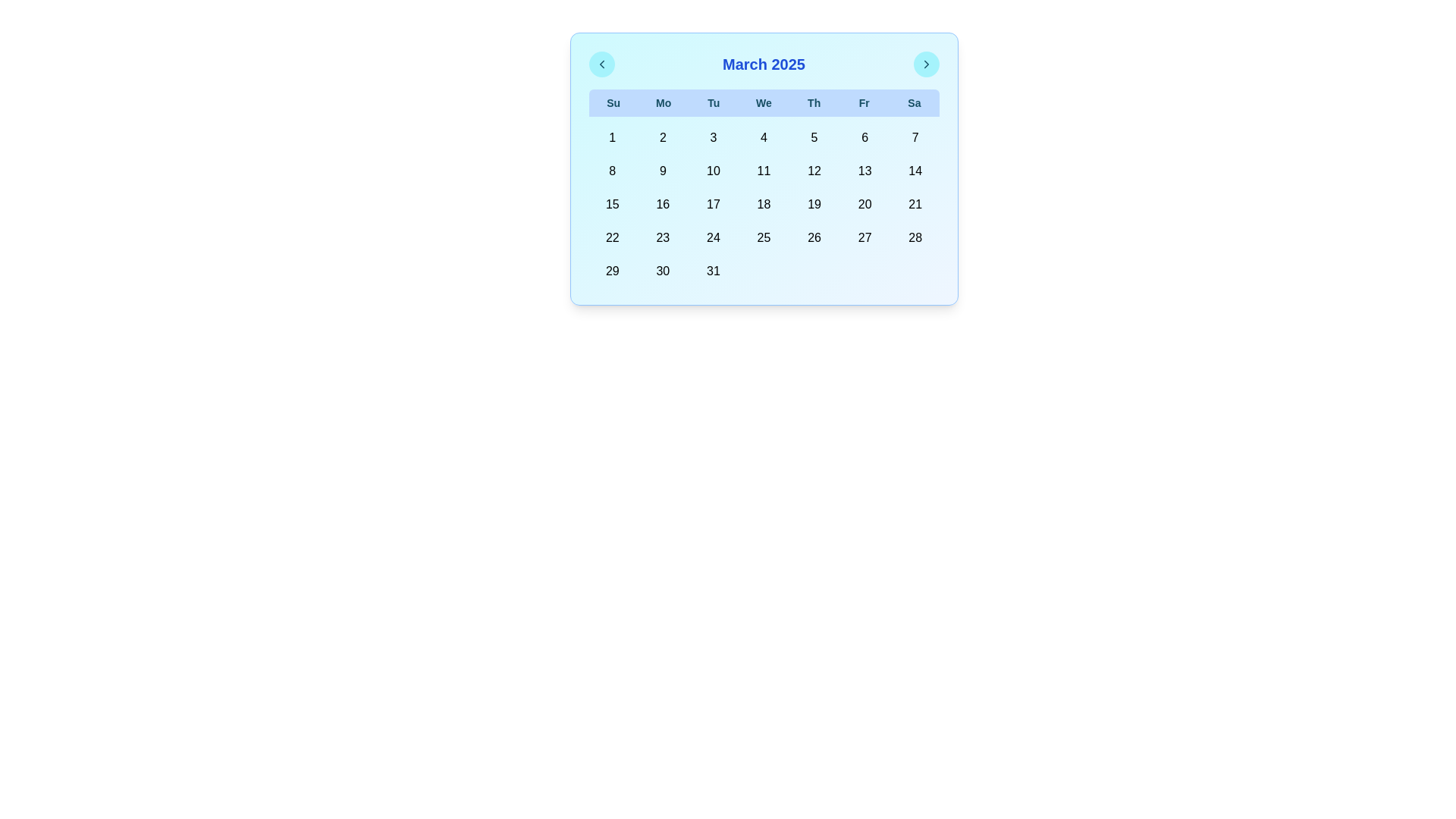 This screenshot has height=819, width=1456. I want to click on the left-pointing chevron icon button located at the top-left corner of the calendar component to observe the background color change, so click(601, 63).